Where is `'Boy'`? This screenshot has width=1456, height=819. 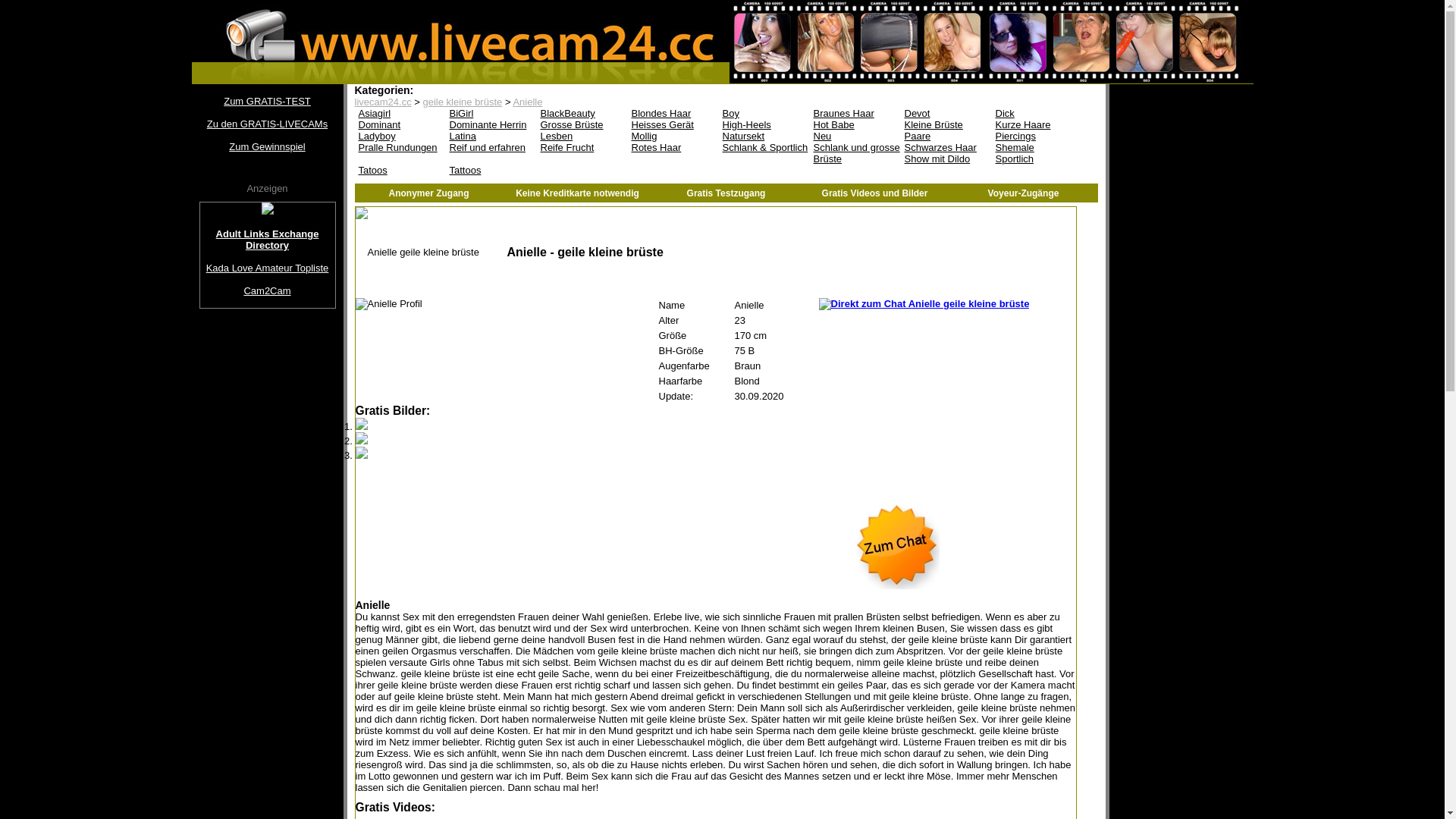
'Boy' is located at coordinates (718, 112).